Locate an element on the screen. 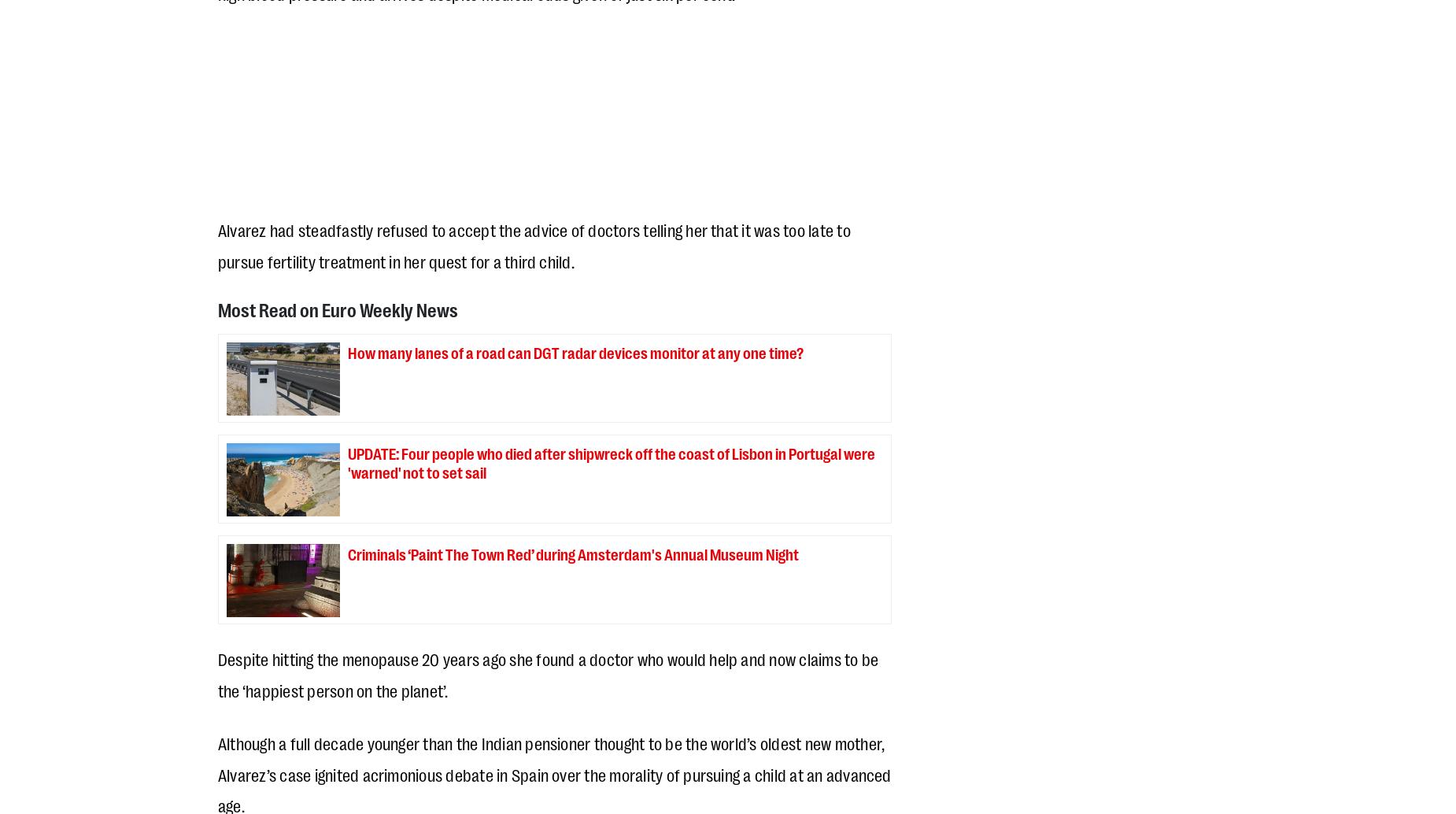  'Privacy Policy' is located at coordinates (216, 620).